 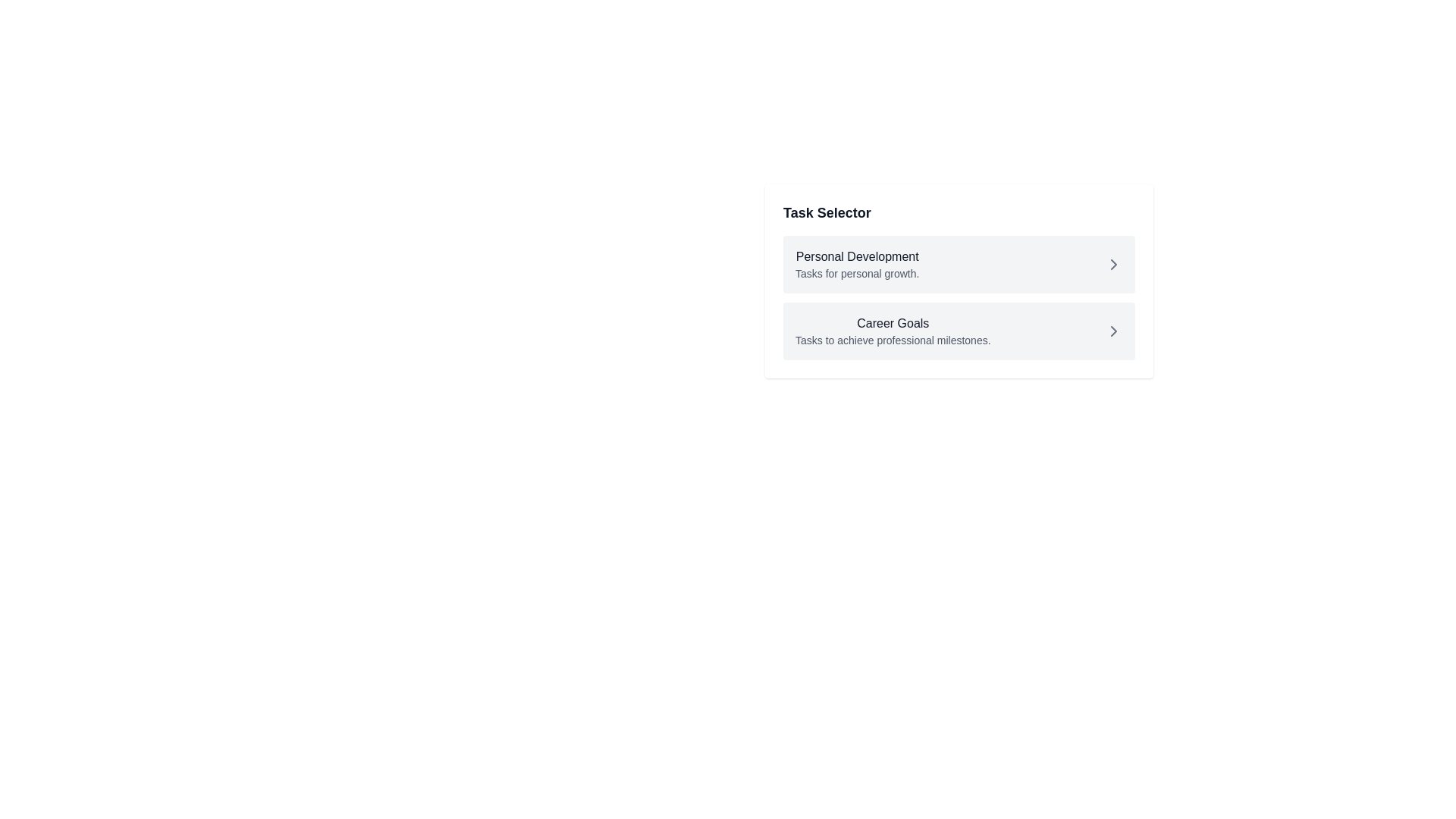 What do you see at coordinates (893, 339) in the screenshot?
I see `text element displaying 'Tasks to achieve professional milestones.' which is located directly below the title 'Career Goals' and is styled in a smaller font size with a lighter gray color` at bounding box center [893, 339].